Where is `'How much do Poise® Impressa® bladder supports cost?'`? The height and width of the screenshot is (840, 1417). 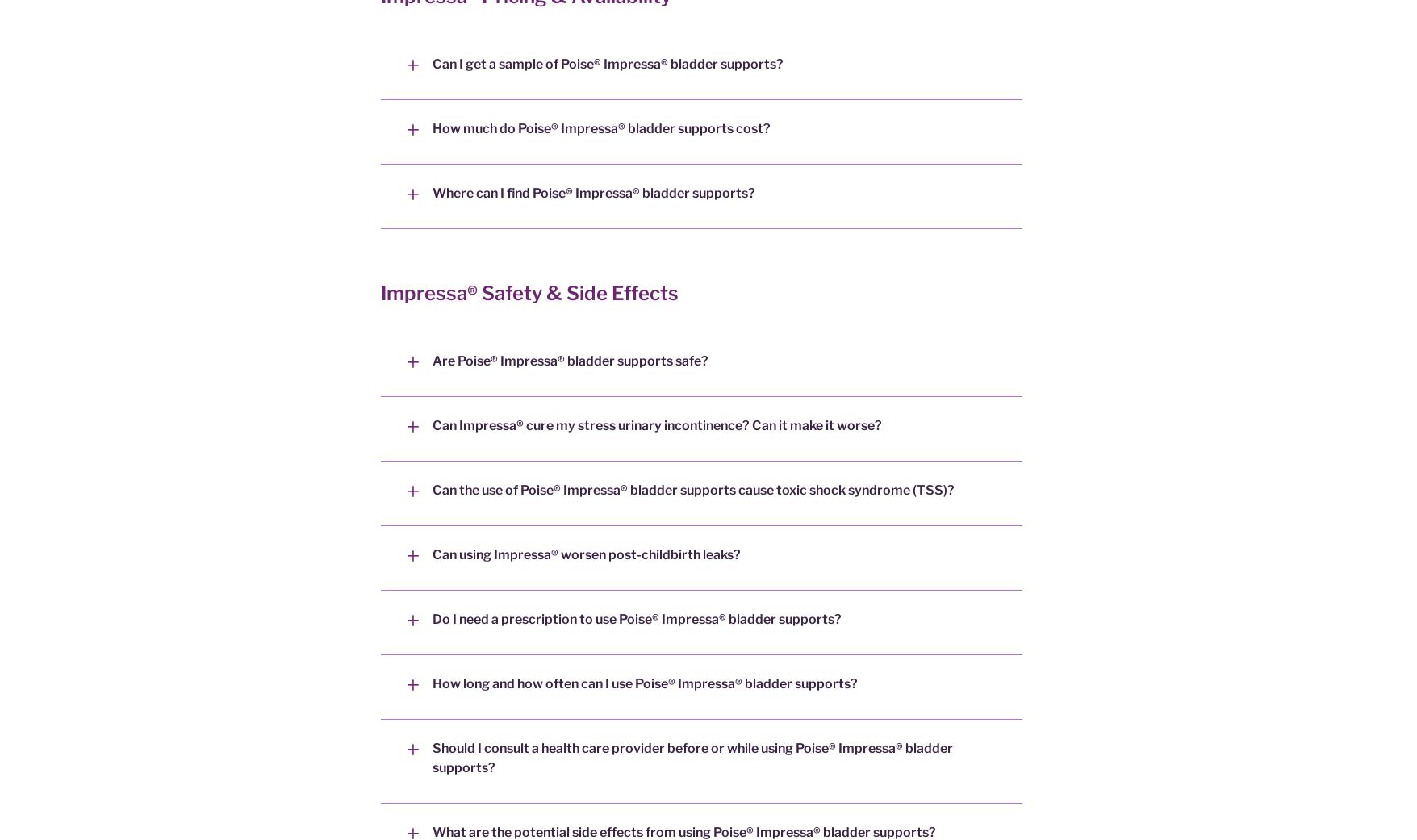 'How much do Poise® Impressa® bladder supports cost?' is located at coordinates (601, 128).